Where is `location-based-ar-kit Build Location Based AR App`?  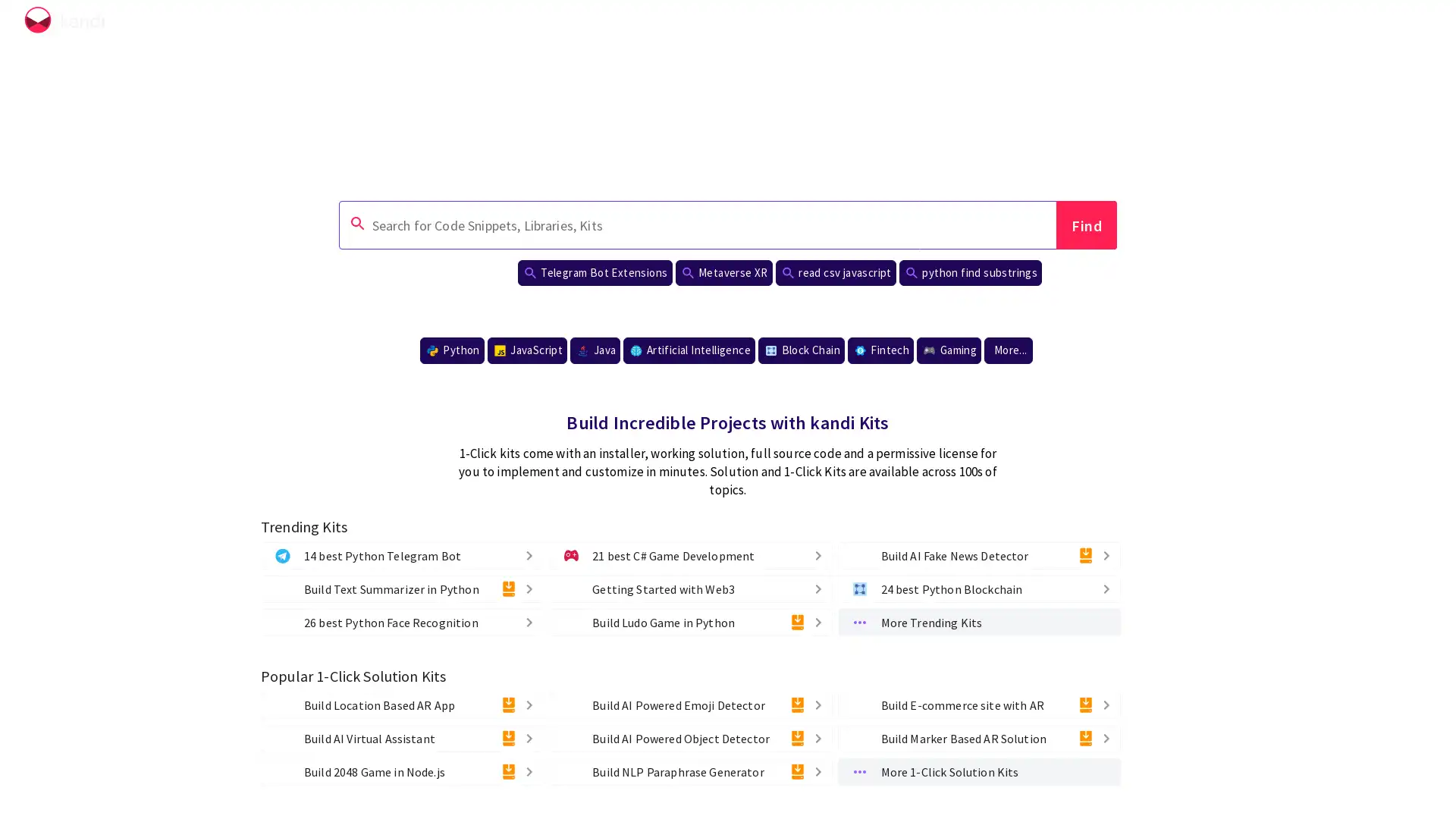
location-based-ar-kit Build Location Based AR App is located at coordinates (402, 704).